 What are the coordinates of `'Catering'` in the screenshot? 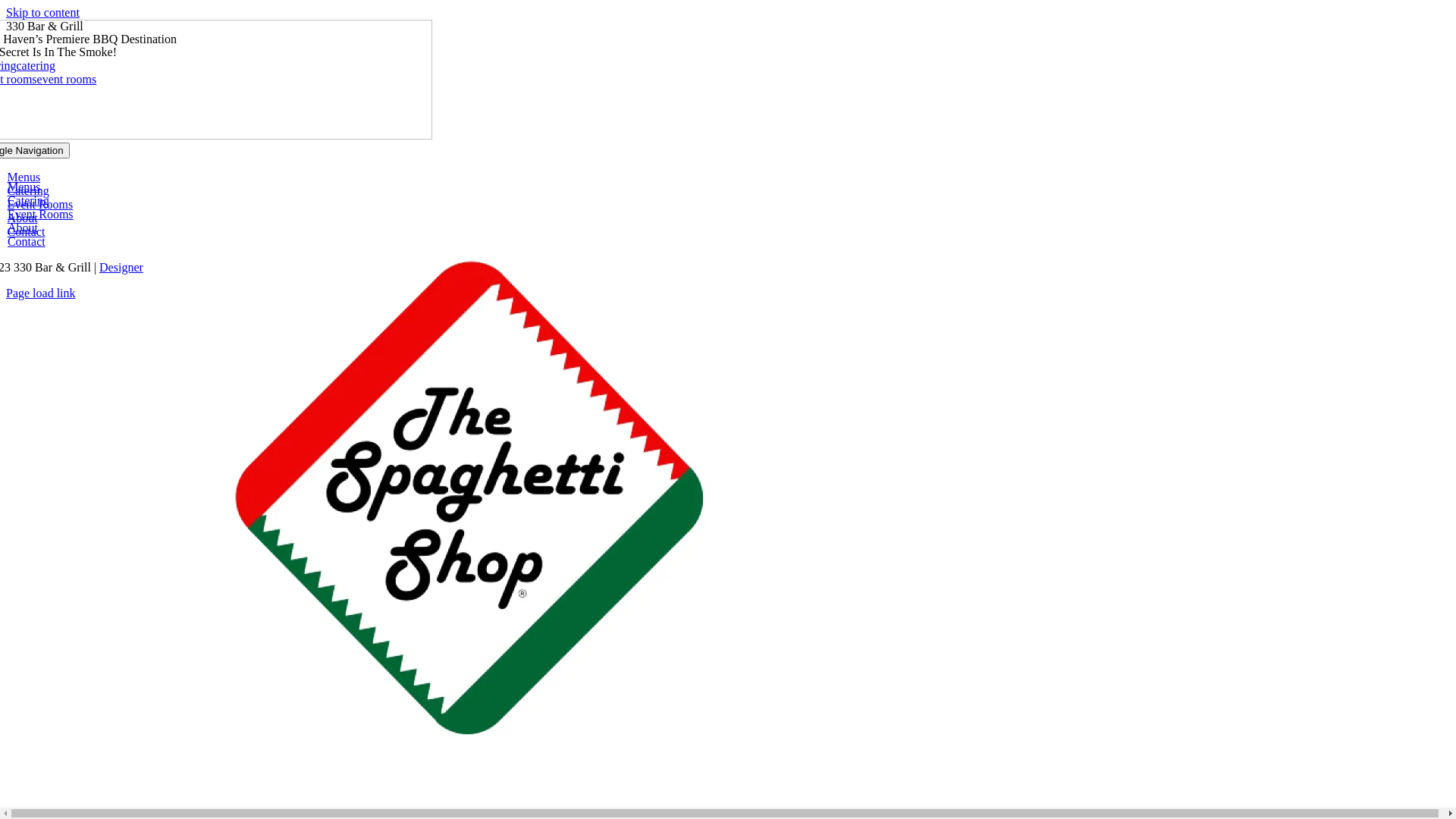 It's located at (7, 190).